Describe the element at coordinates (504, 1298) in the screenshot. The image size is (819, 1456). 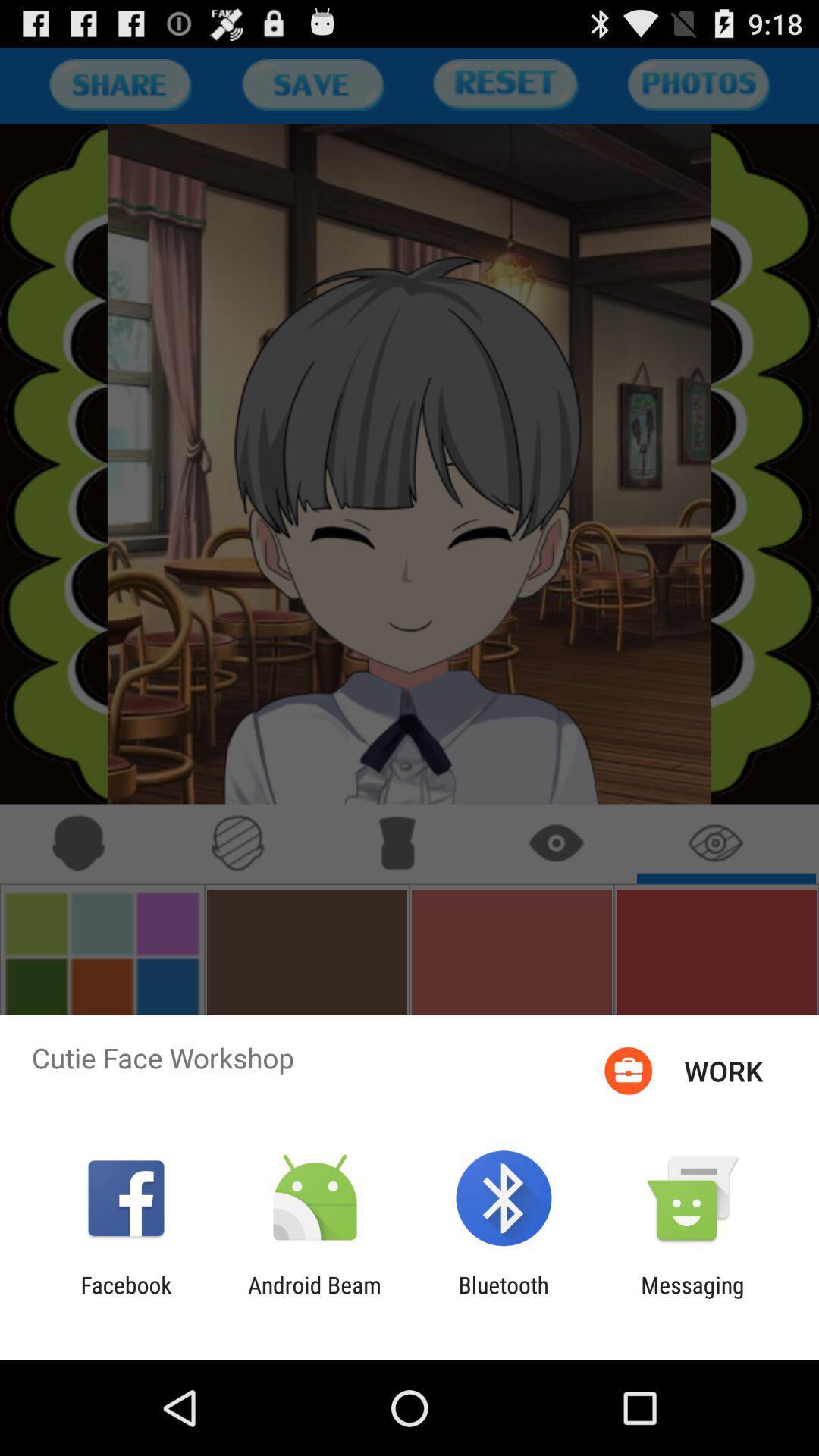
I see `bluetooth` at that location.